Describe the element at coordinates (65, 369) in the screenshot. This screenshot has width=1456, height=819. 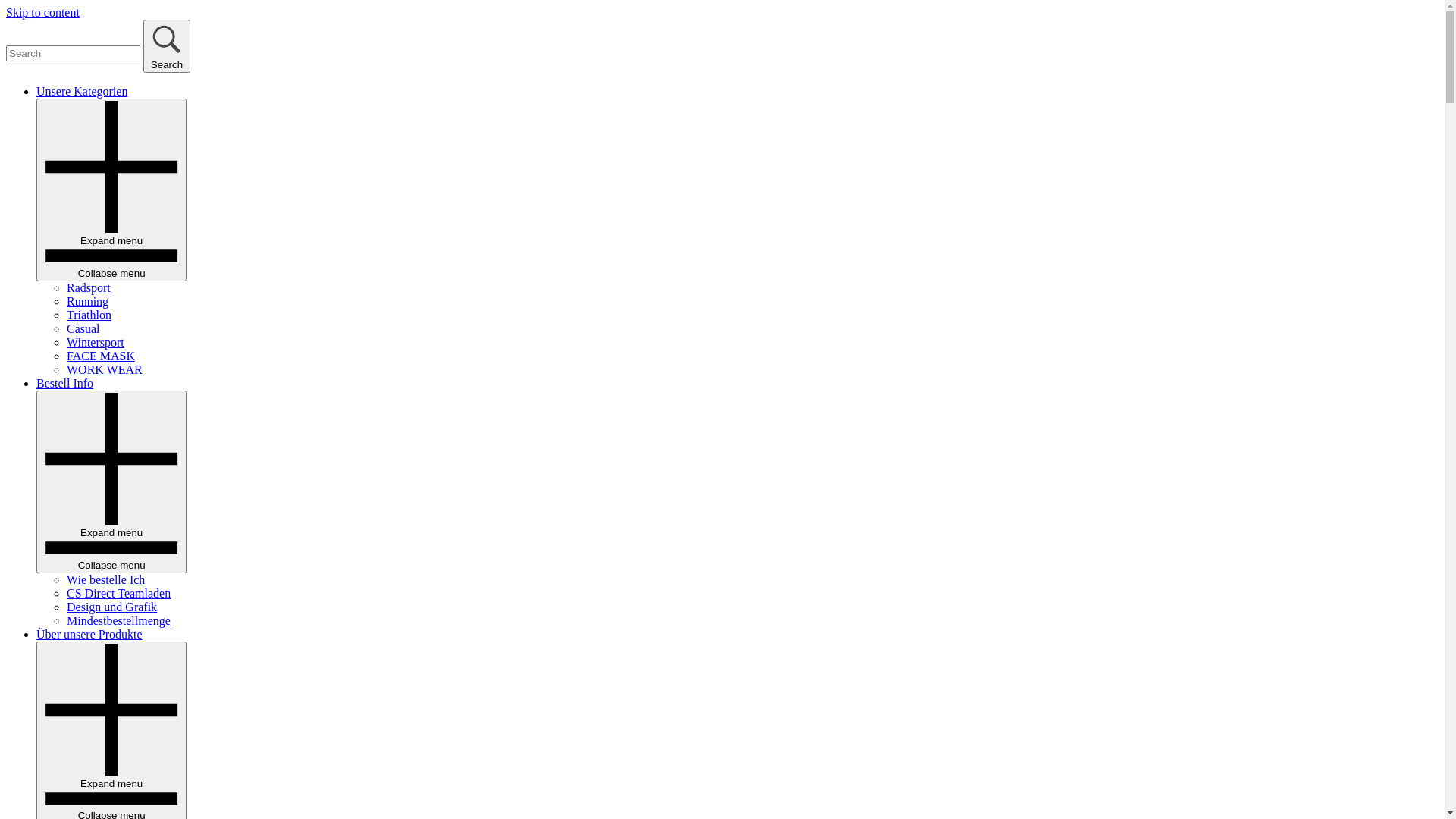
I see `'WORK WEAR'` at that location.